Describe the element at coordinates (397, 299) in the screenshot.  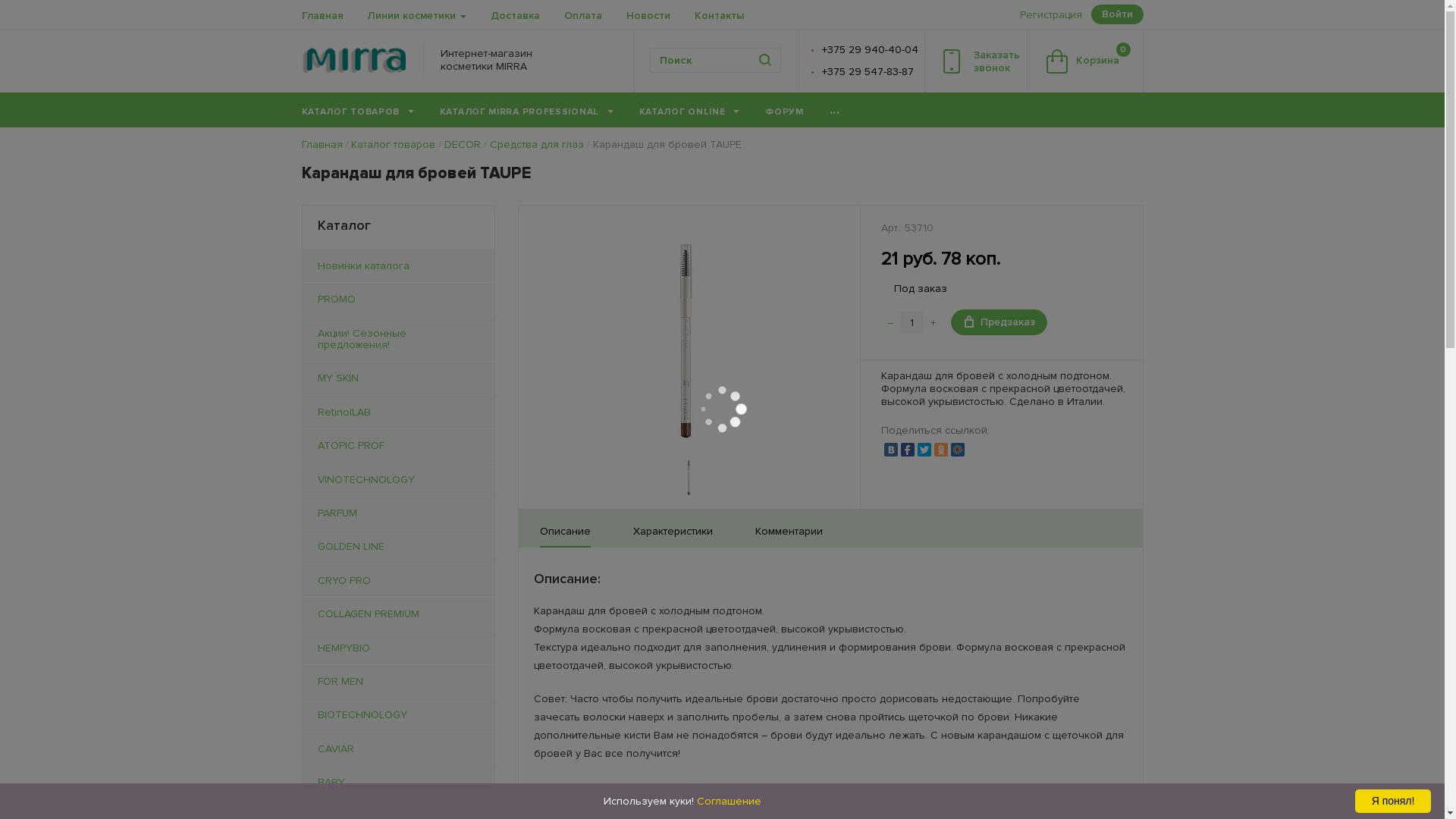
I see `'PROMO'` at that location.